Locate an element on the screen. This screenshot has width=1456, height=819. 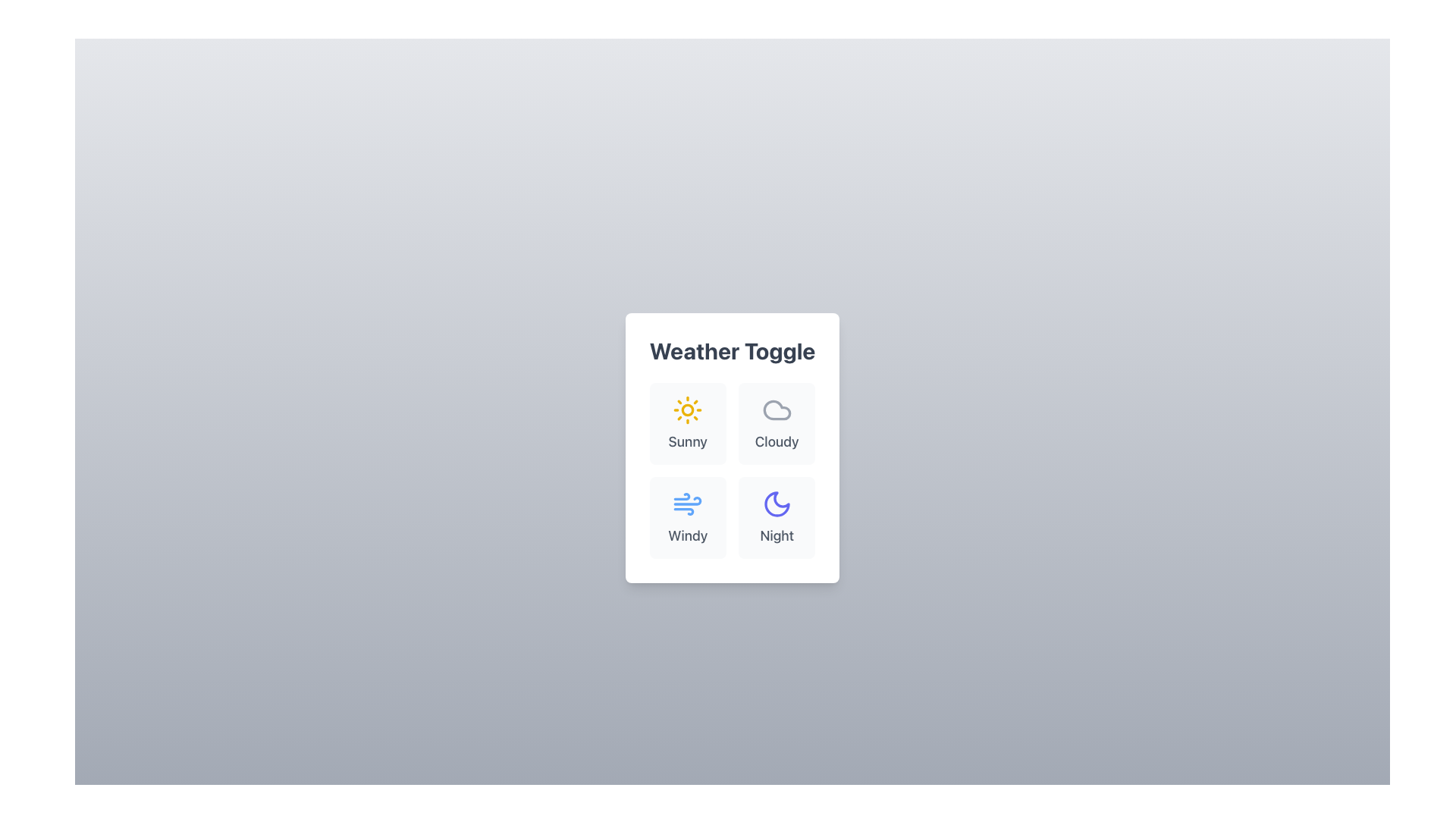
the text label reading 'Cloudy', which is styled in gray and located beneath a cloud icon in the Weather Toggle card UI is located at coordinates (777, 441).